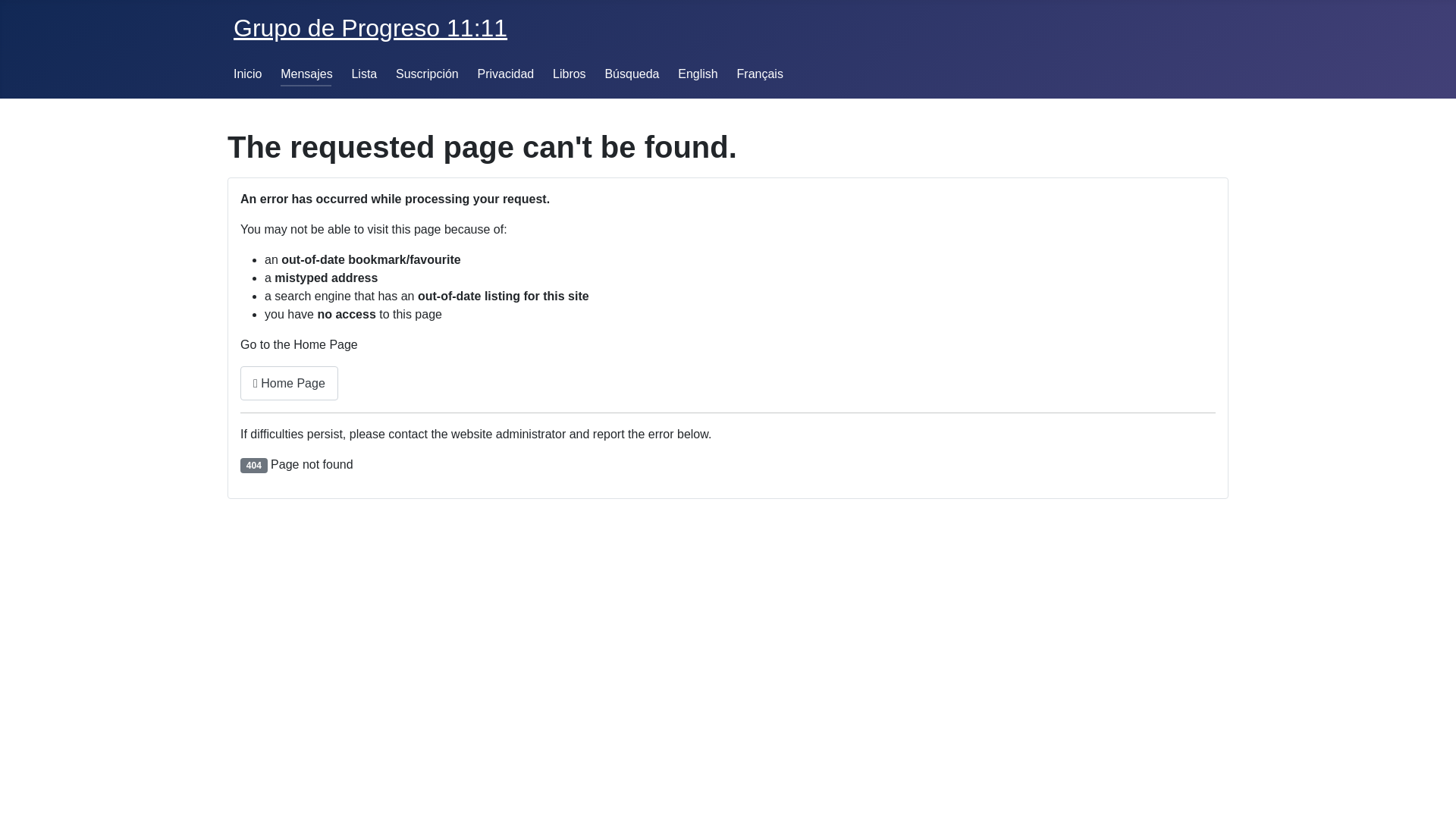  I want to click on 'Libros', so click(568, 74).